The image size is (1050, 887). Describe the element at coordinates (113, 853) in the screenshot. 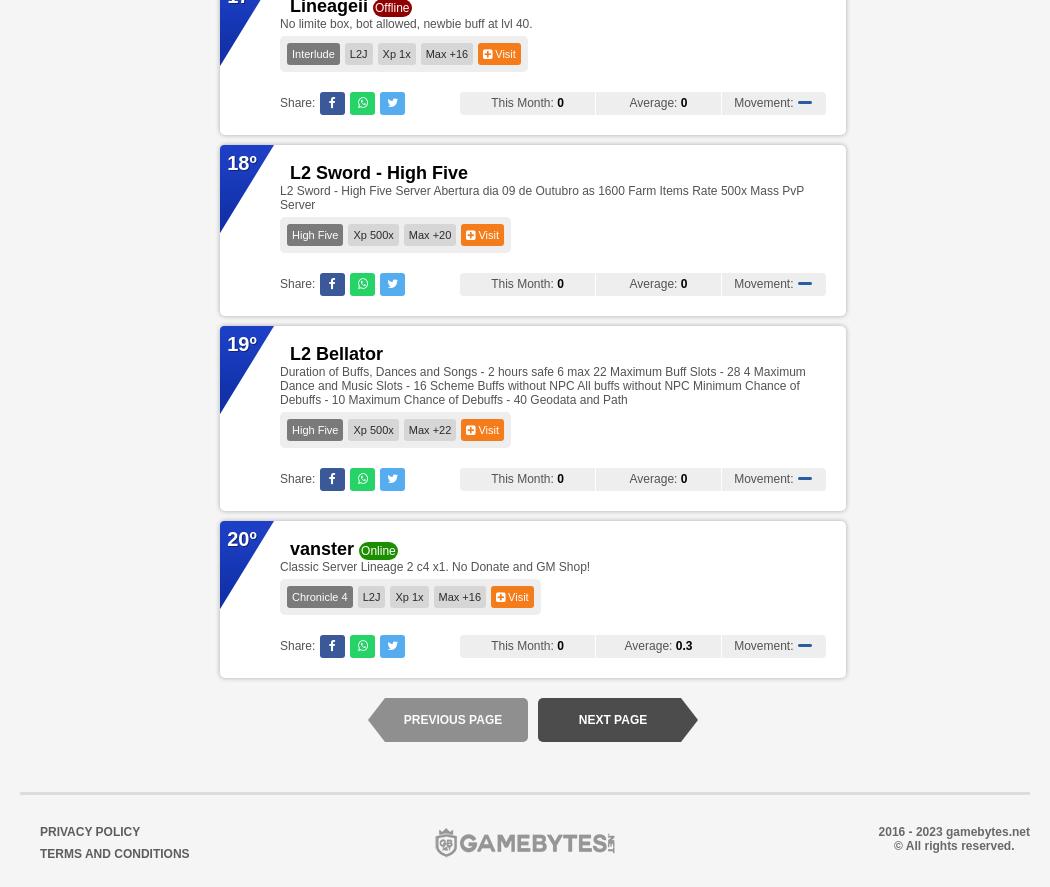

I see `'Terms and Conditions'` at that location.